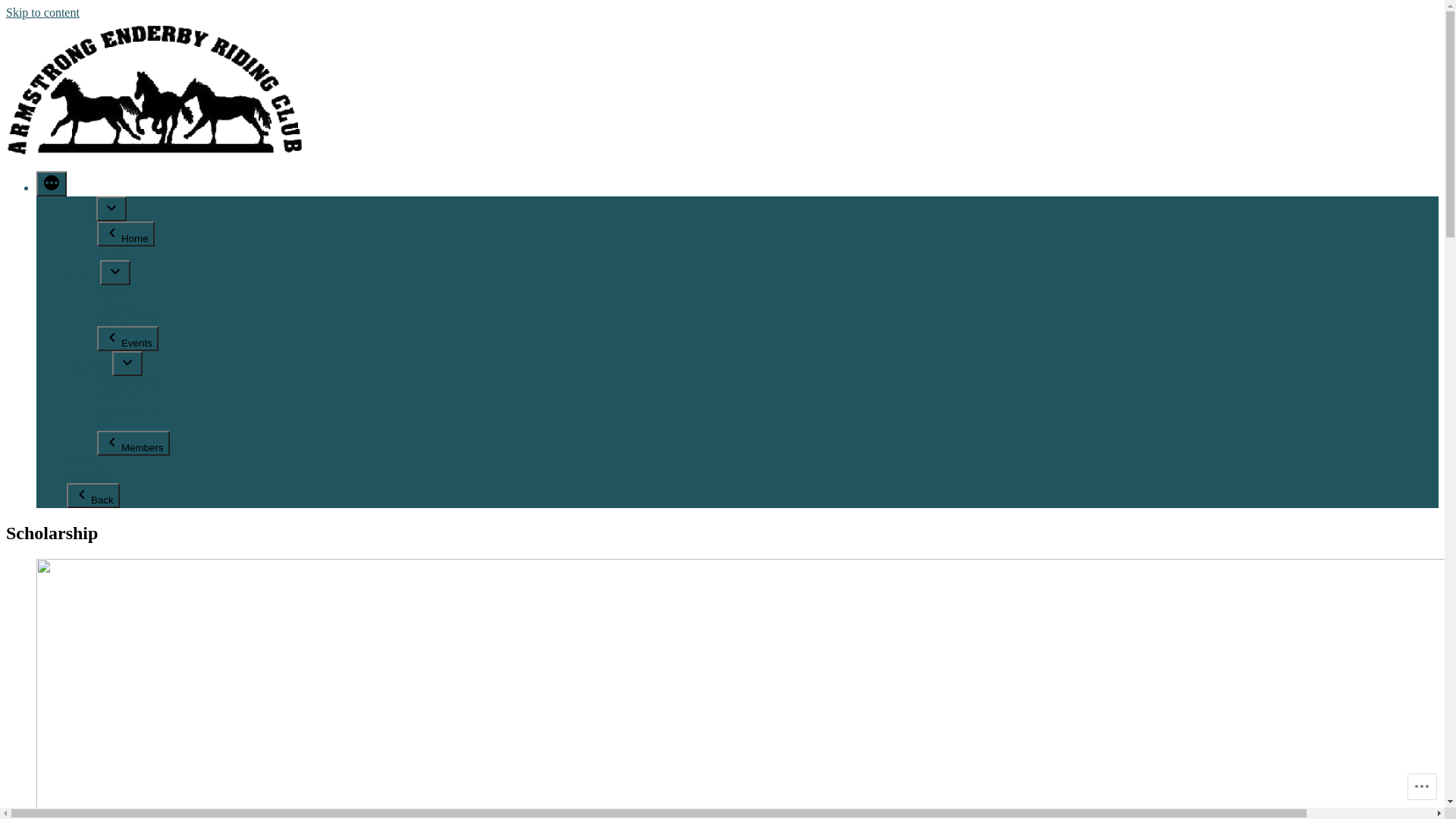 The image size is (1456, 819). Describe the element at coordinates (80, 212) in the screenshot. I see `'Home'` at that location.